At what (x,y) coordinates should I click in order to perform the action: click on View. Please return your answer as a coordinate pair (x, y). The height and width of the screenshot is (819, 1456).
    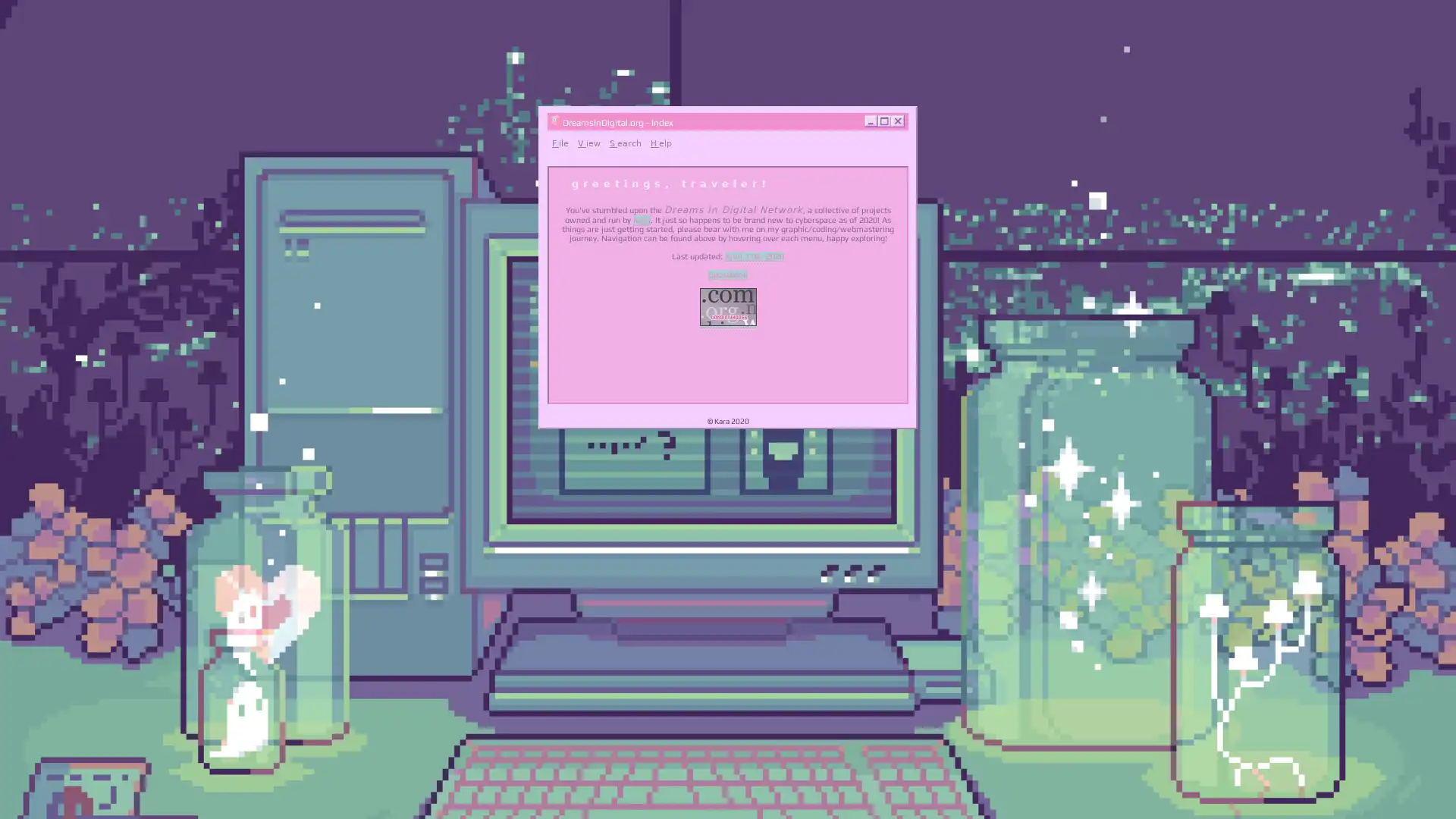
    Looking at the image, I should click on (588, 143).